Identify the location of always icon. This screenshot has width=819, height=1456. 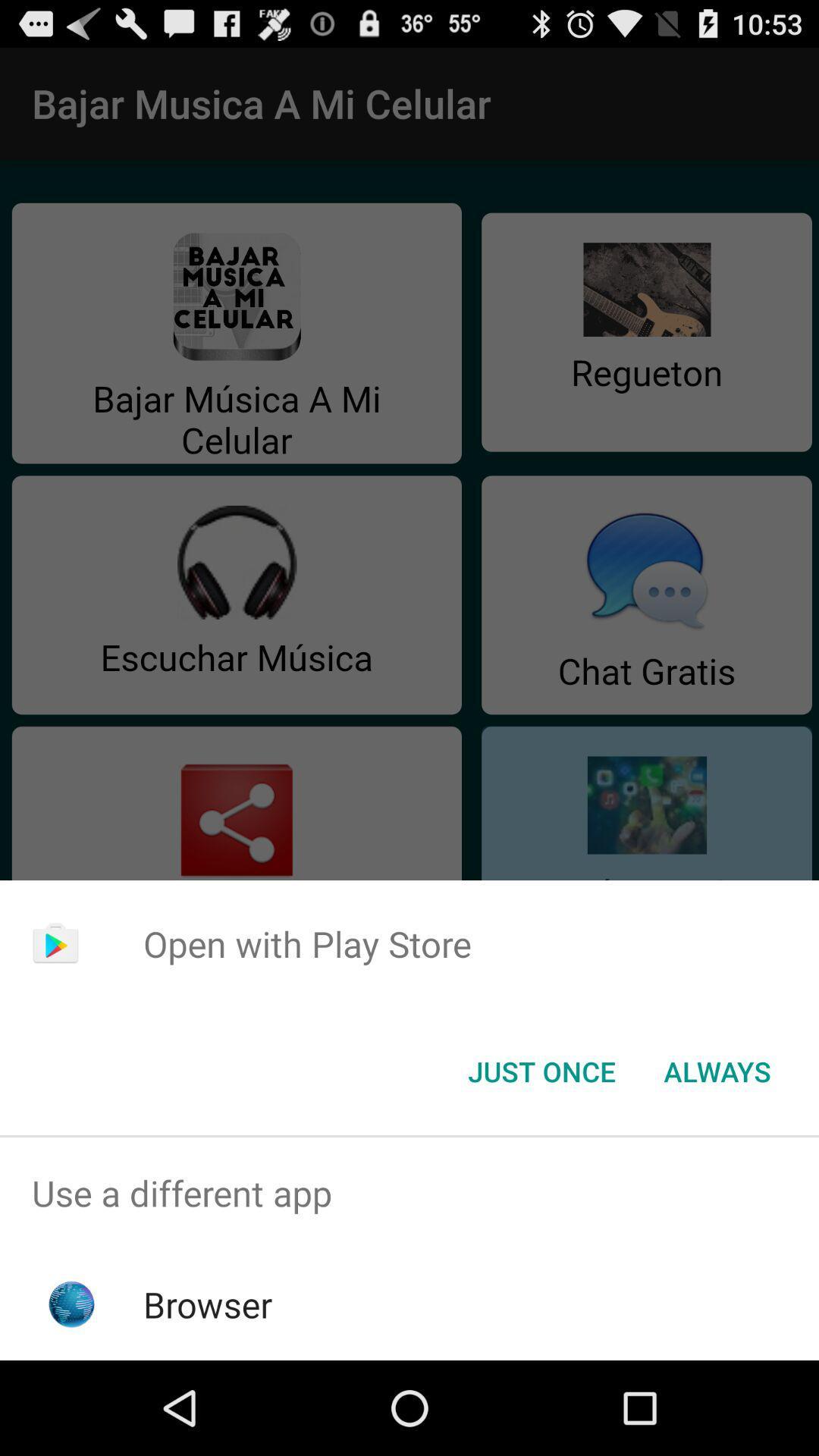
(717, 1070).